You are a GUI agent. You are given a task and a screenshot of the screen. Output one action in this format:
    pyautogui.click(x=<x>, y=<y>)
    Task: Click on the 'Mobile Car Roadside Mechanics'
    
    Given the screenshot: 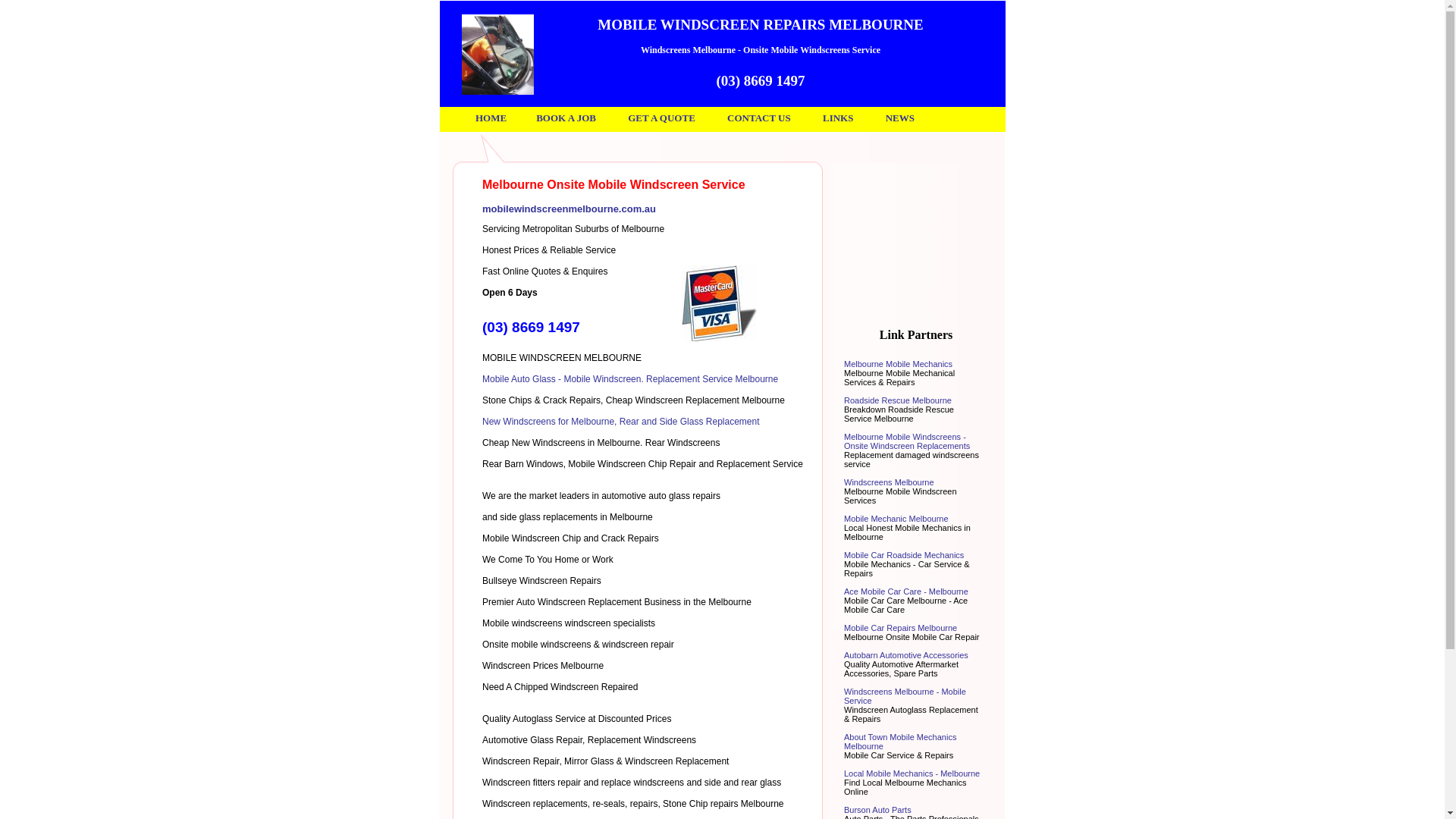 What is the action you would take?
    pyautogui.click(x=843, y=555)
    